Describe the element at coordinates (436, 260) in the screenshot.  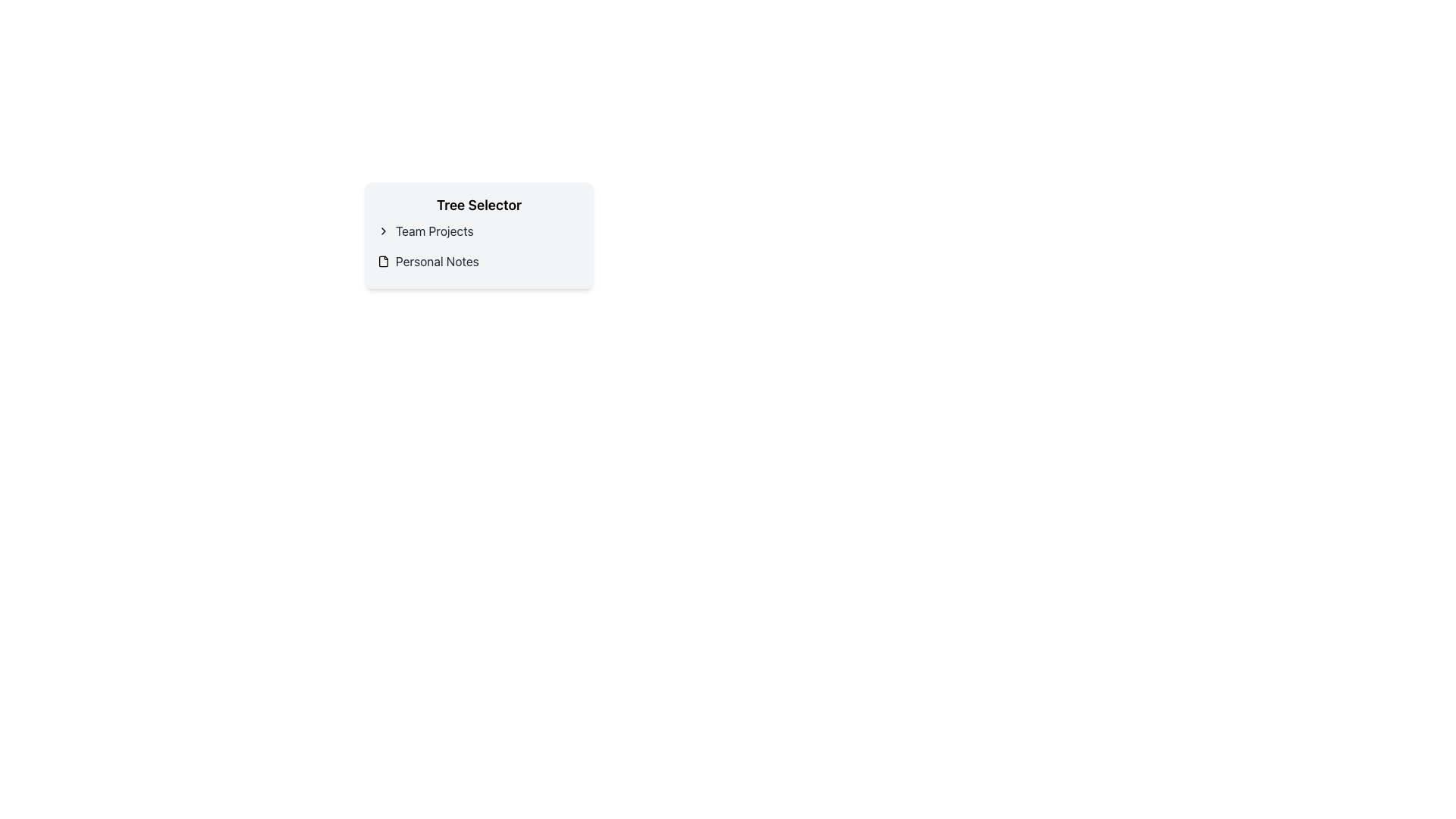
I see `the 'Personal Notes' text label in the 'Tree Selector' sidebar` at that location.